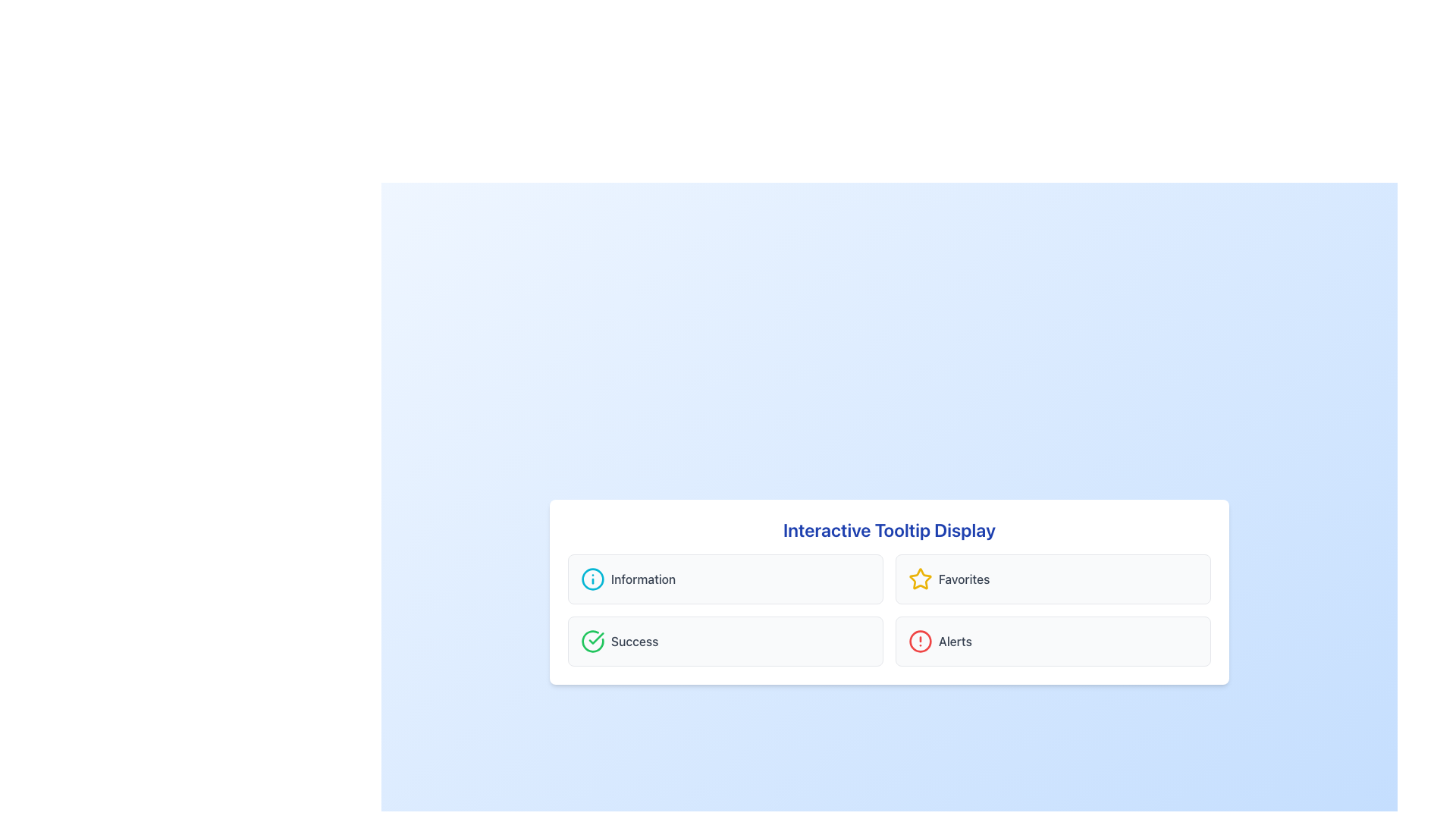 The width and height of the screenshot is (1456, 819). What do you see at coordinates (724, 579) in the screenshot?
I see `the top-left card in the two-column grid layout` at bounding box center [724, 579].